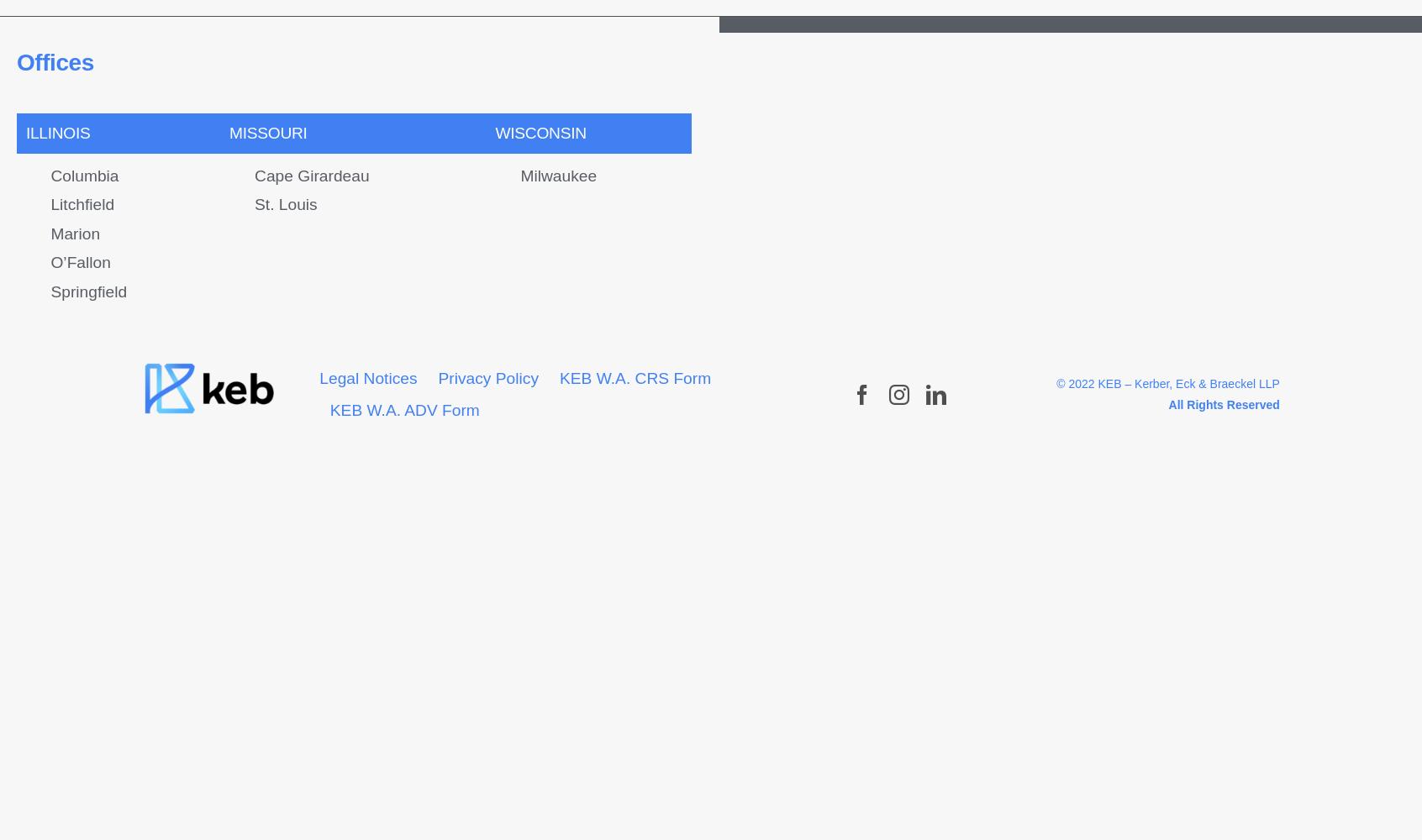 This screenshot has width=1422, height=840. I want to click on 'Milwaukee', so click(558, 174).